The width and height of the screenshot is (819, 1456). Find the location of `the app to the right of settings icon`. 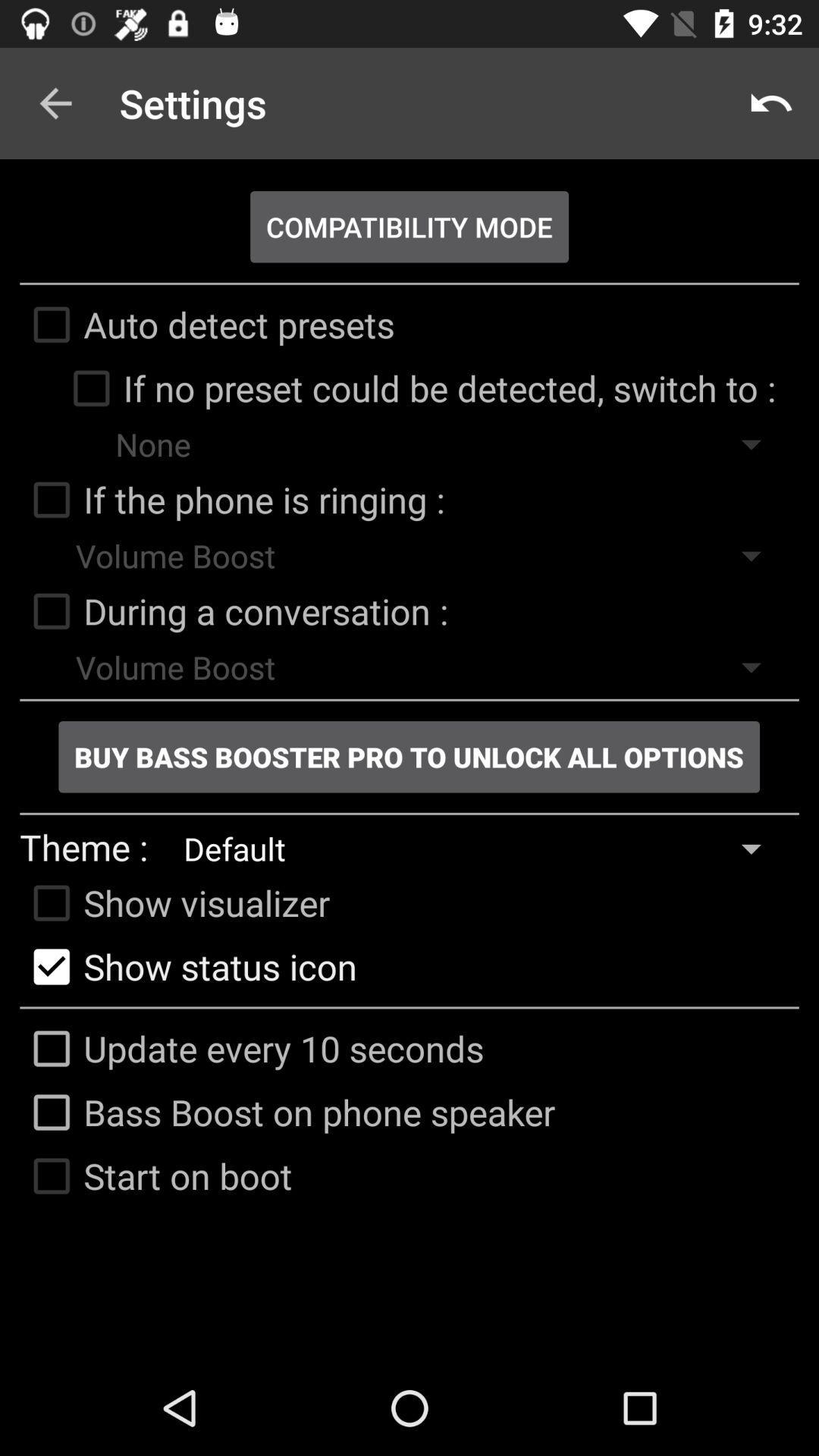

the app to the right of settings icon is located at coordinates (771, 102).